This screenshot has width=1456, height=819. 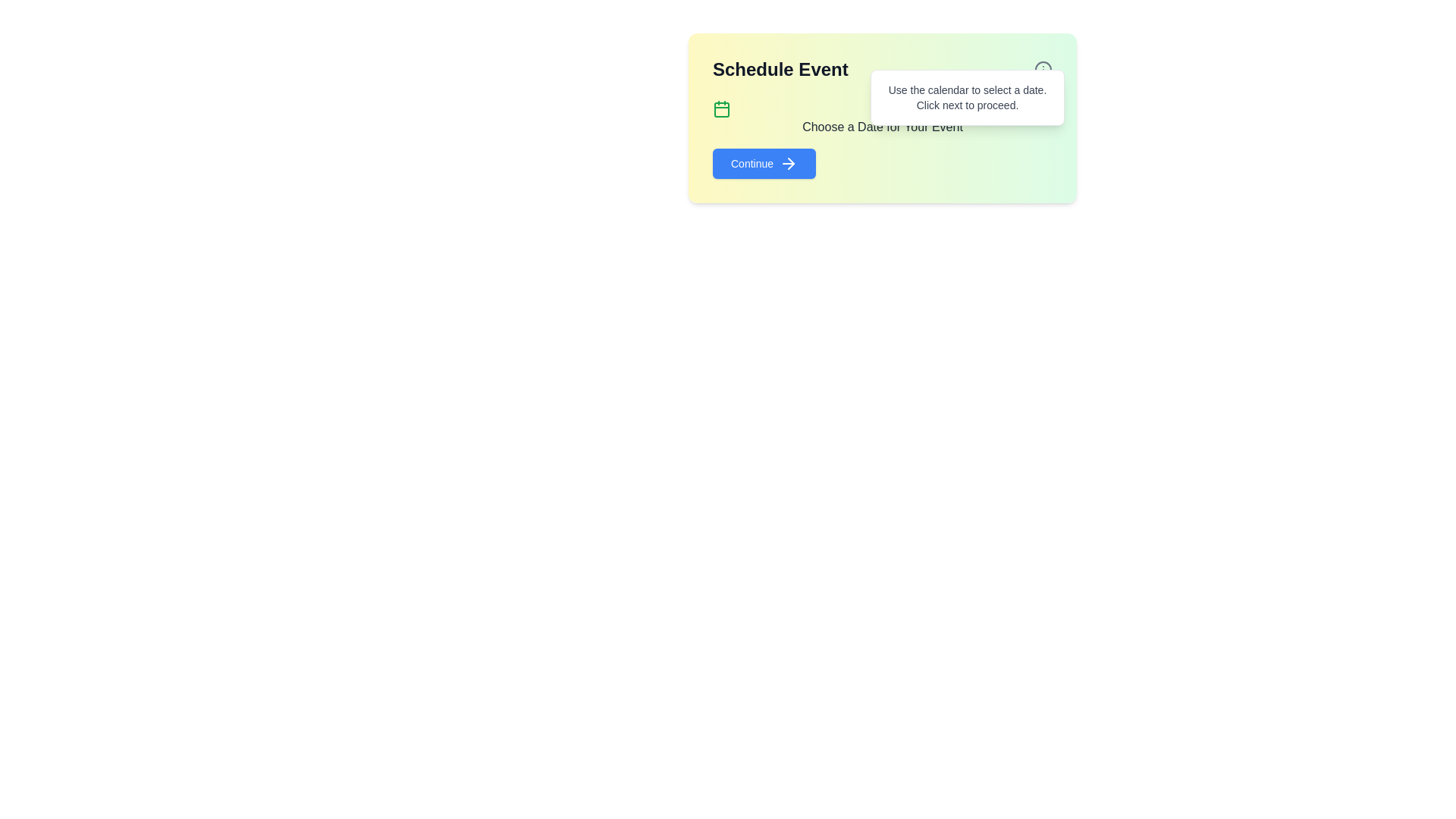 What do you see at coordinates (764, 164) in the screenshot?
I see `the prominent blue button labeled 'Continue'` at bounding box center [764, 164].